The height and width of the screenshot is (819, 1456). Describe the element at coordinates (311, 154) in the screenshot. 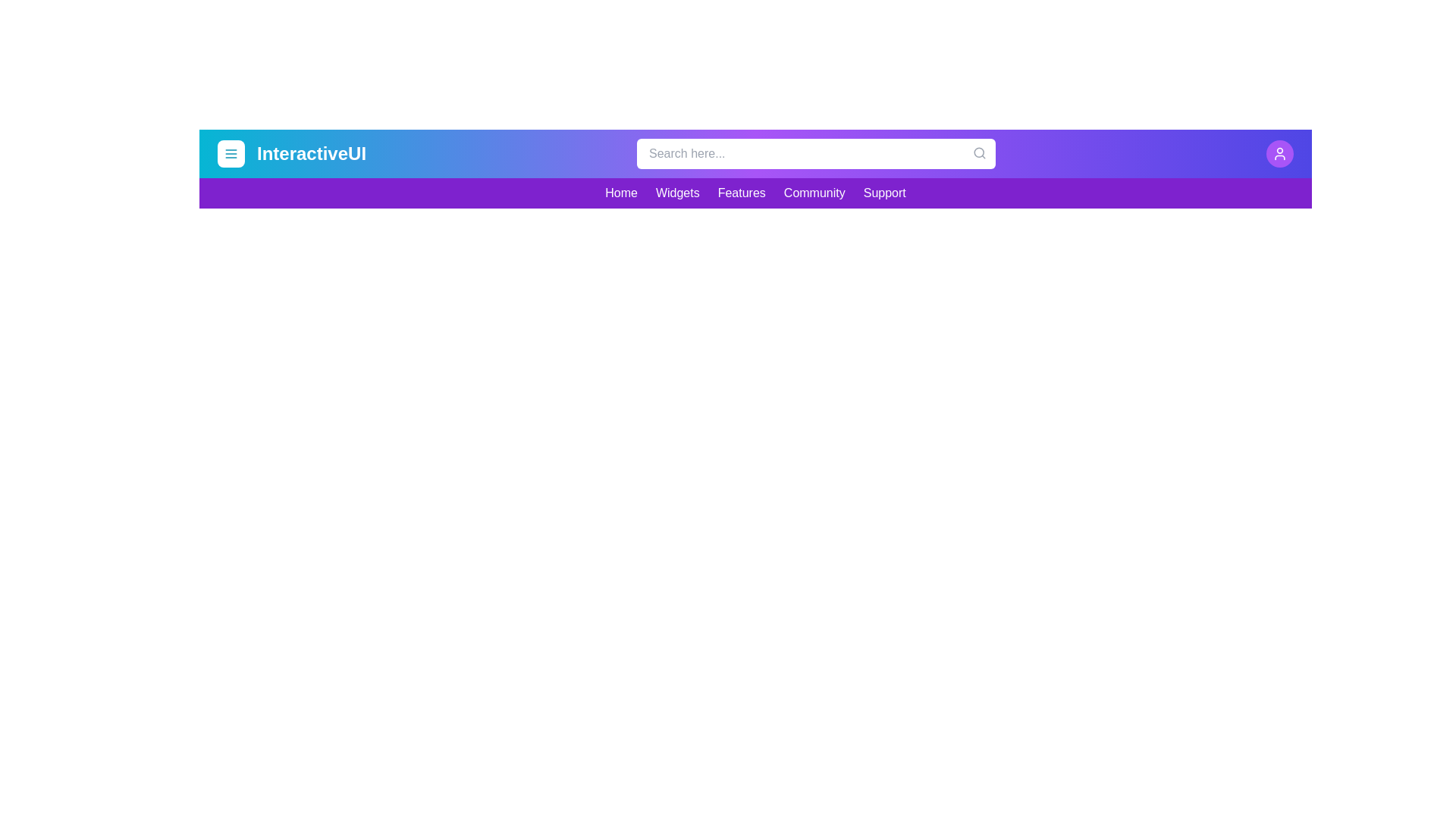

I see `the title text 'InteractiveUI'` at that location.